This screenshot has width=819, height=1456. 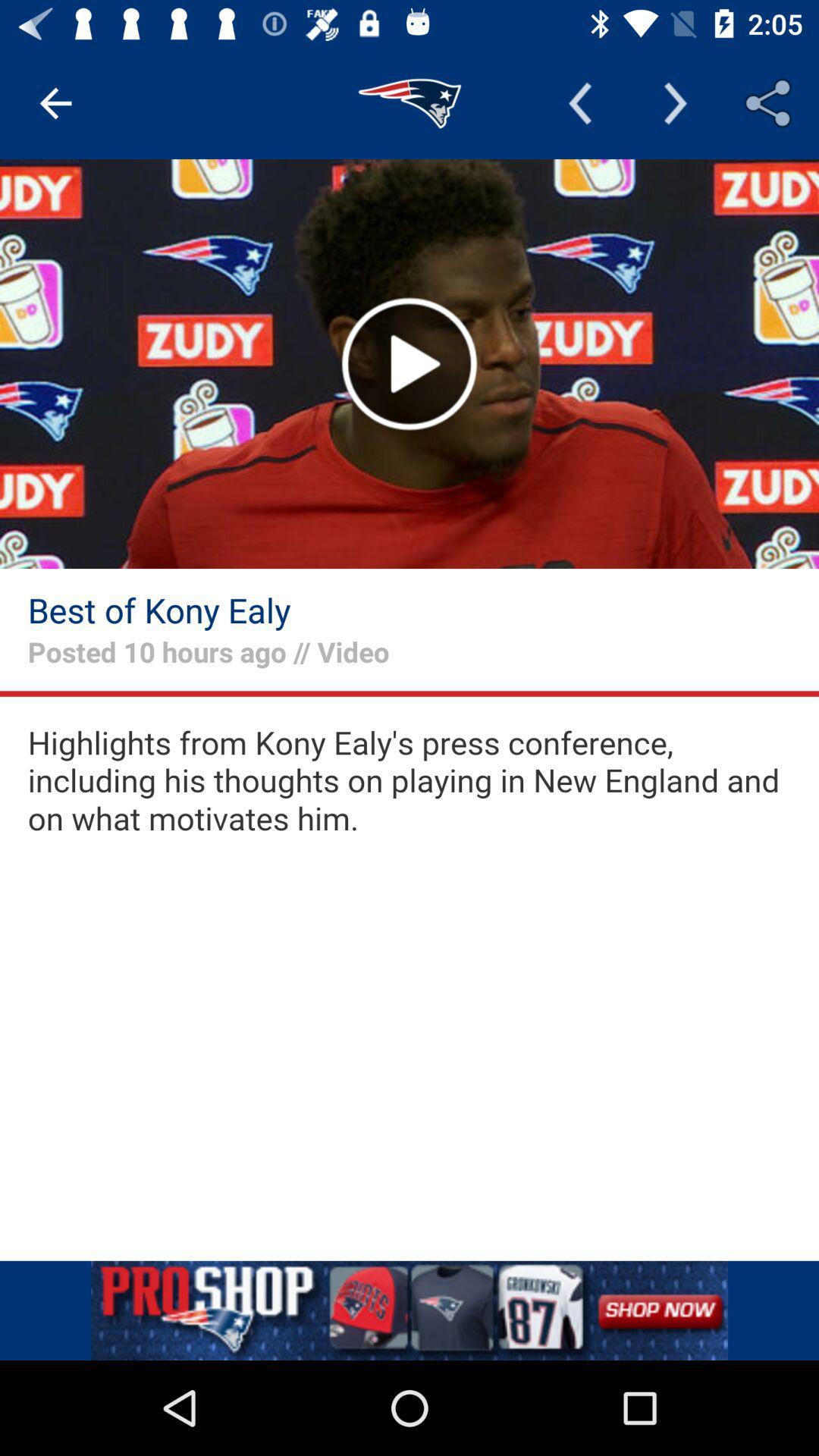 What do you see at coordinates (409, 1310) in the screenshot?
I see `open advertisement` at bounding box center [409, 1310].